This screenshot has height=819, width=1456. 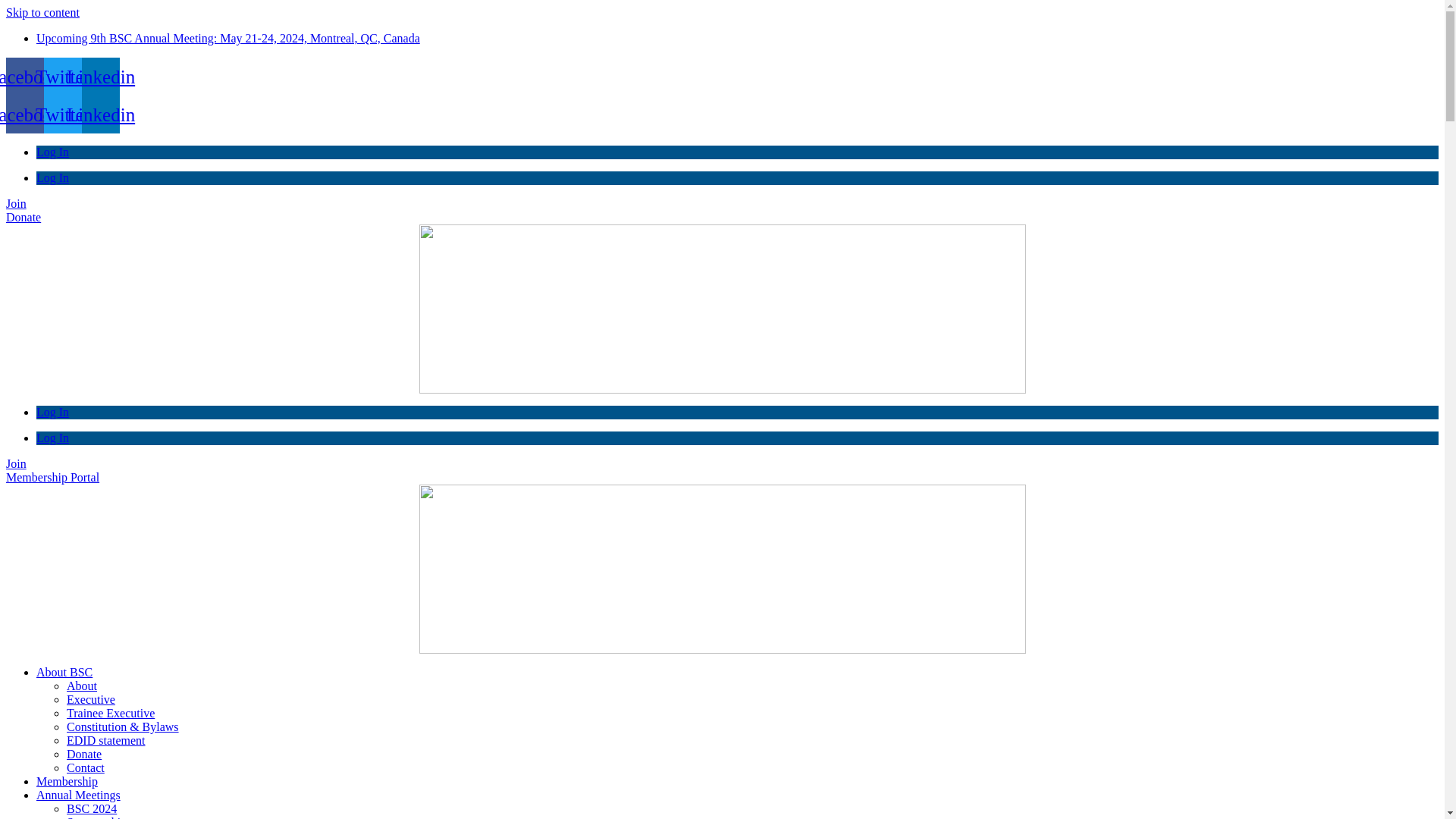 I want to click on 'Donate', so click(x=83, y=754).